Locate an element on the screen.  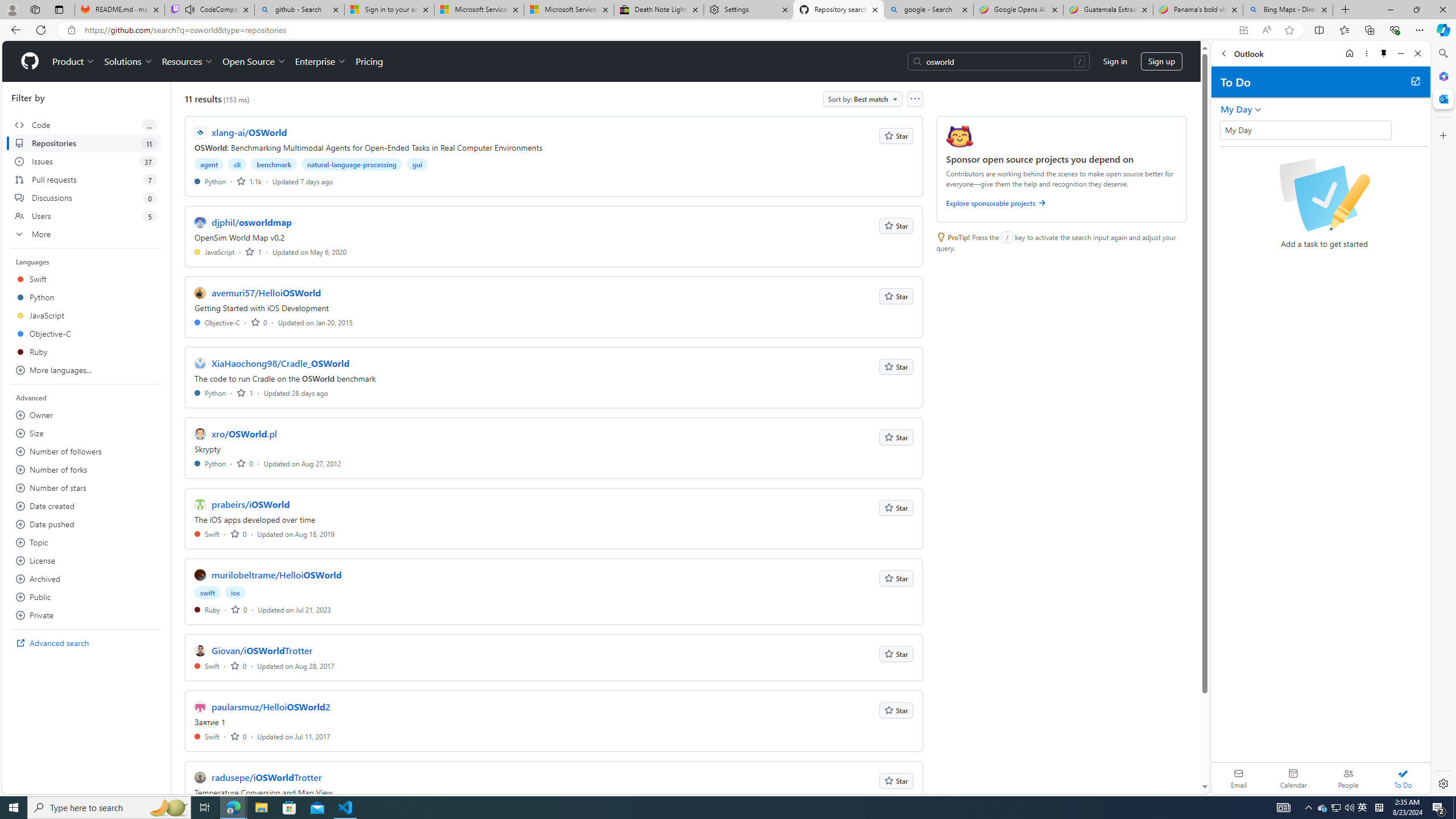
'xro/OSWorld.pl' is located at coordinates (244, 433).